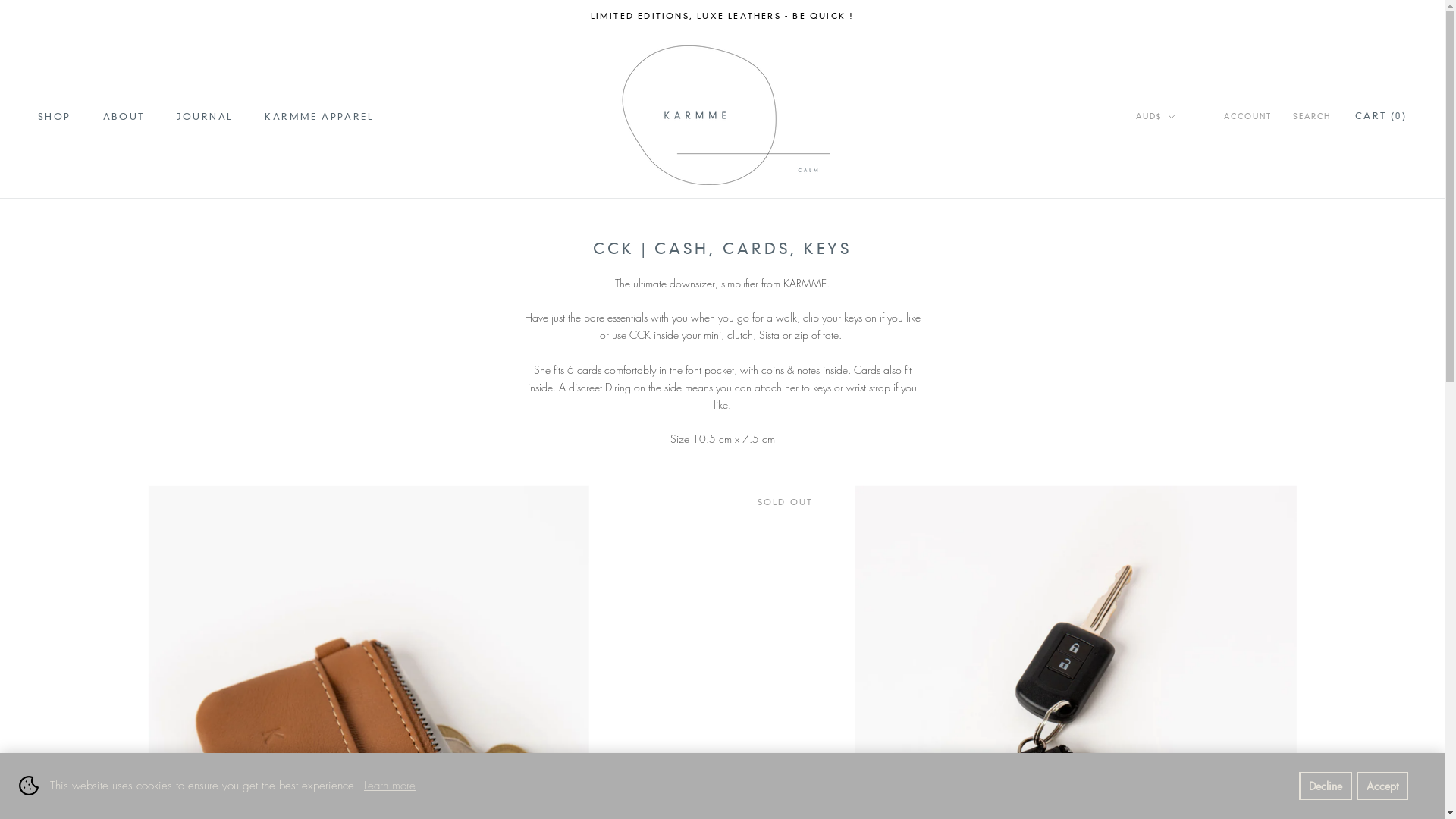  I want to click on 'ABOUT', so click(102, 115).